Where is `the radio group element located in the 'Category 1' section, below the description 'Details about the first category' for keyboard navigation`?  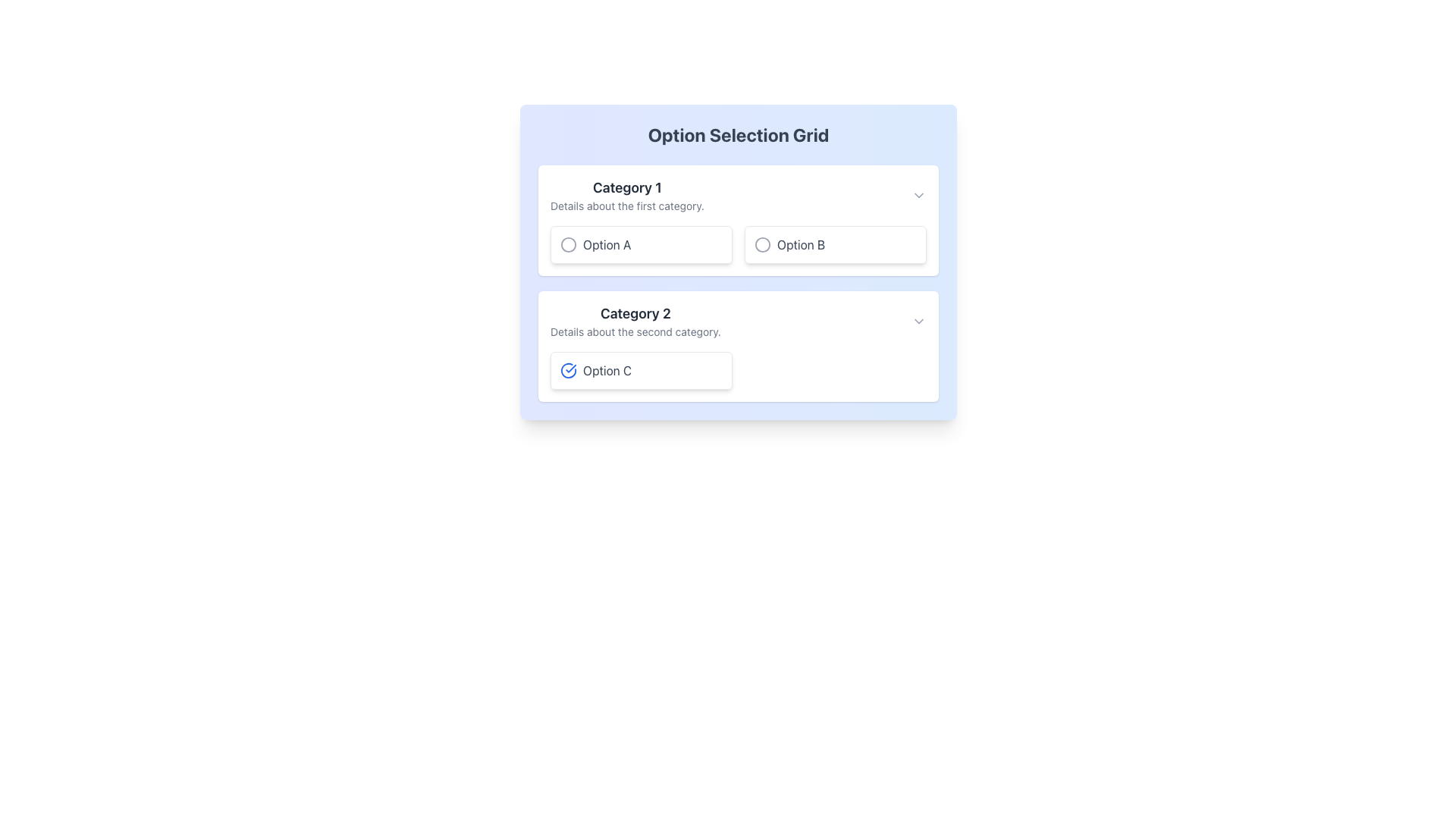
the radio group element located in the 'Category 1' section, below the description 'Details about the first category' for keyboard navigation is located at coordinates (739, 244).